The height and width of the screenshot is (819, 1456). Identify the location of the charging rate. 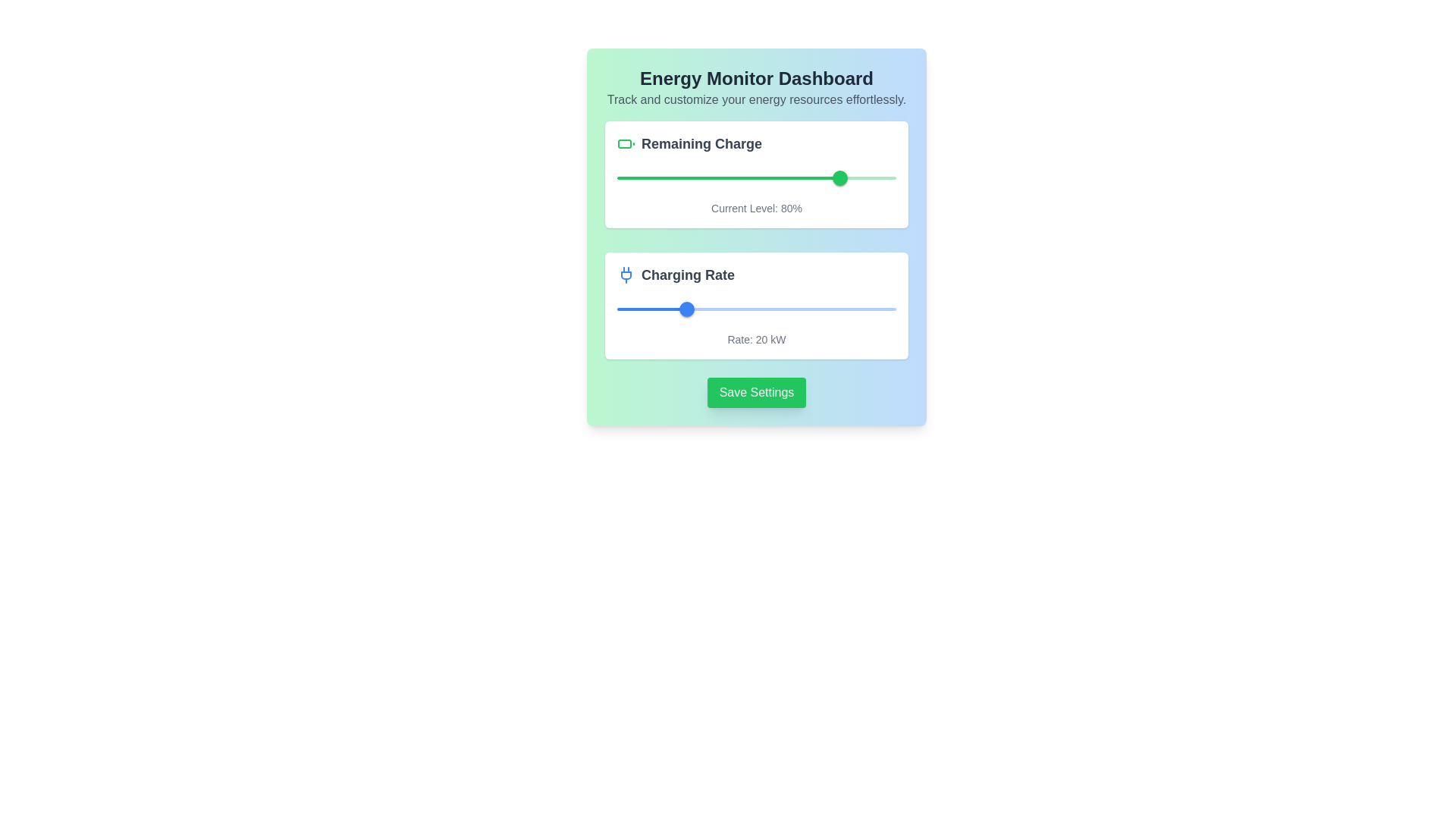
(689, 309).